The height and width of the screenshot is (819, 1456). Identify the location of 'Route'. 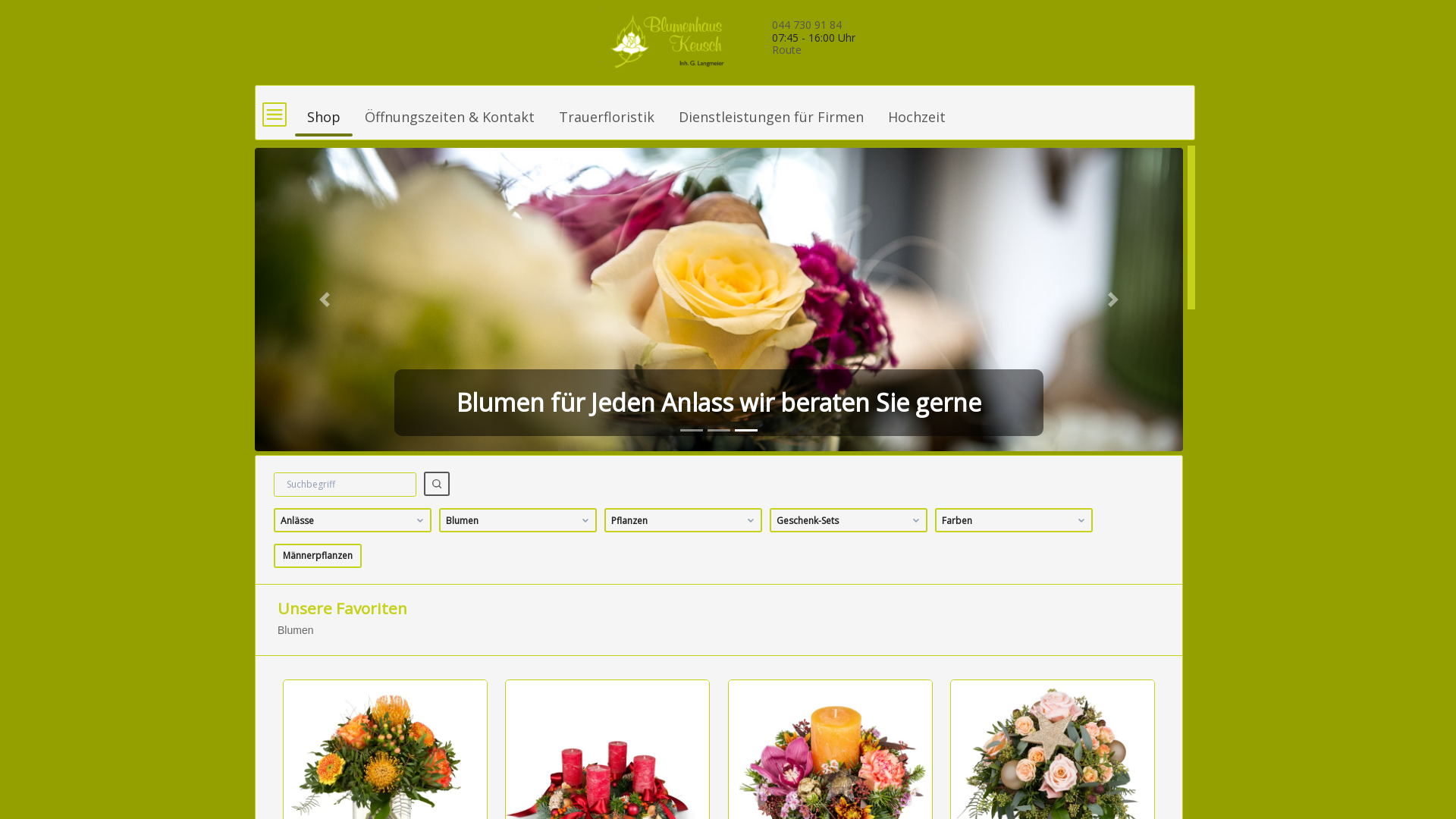
(786, 49).